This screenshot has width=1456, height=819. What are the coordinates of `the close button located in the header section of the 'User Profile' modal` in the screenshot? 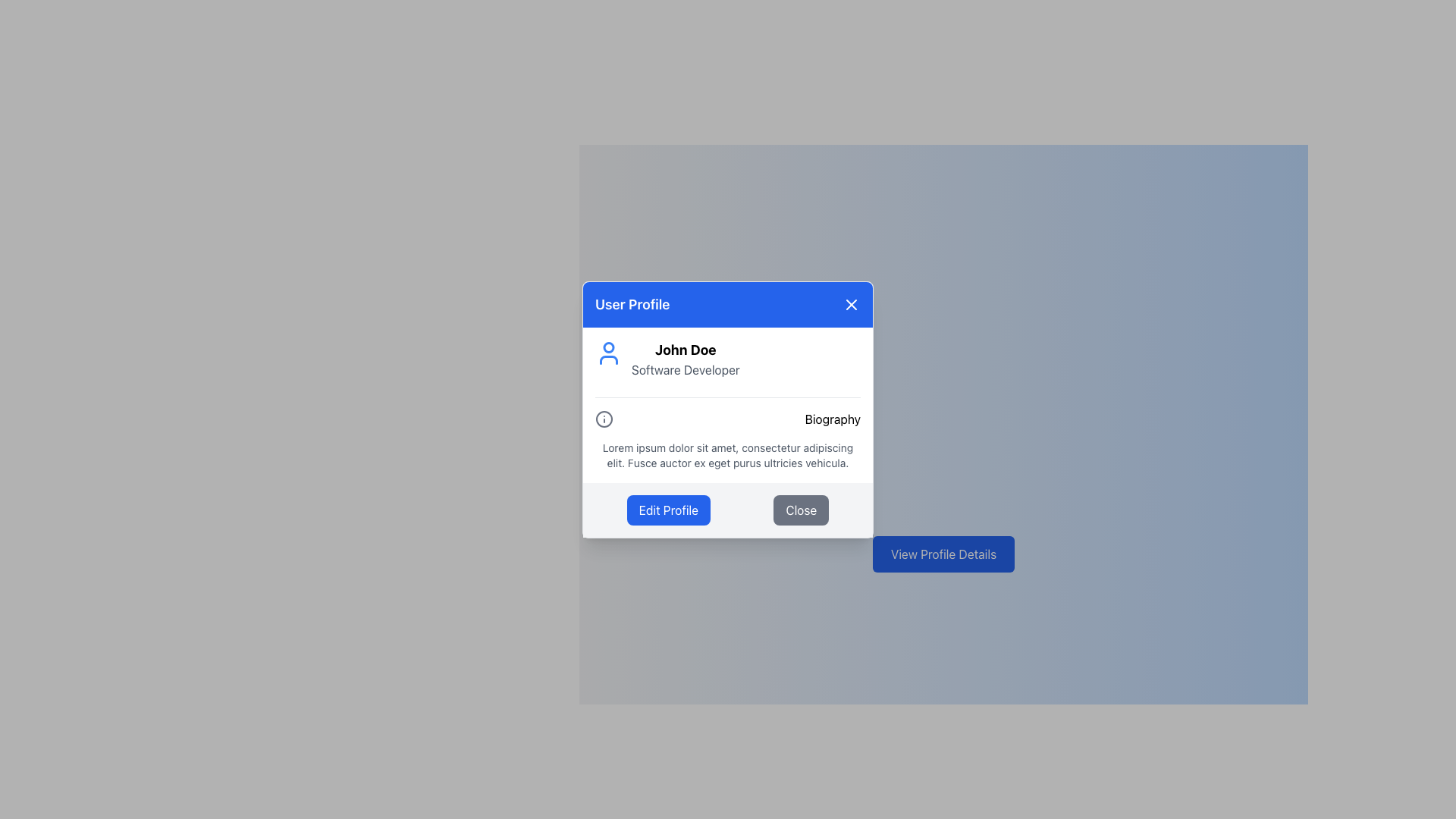 It's located at (852, 304).